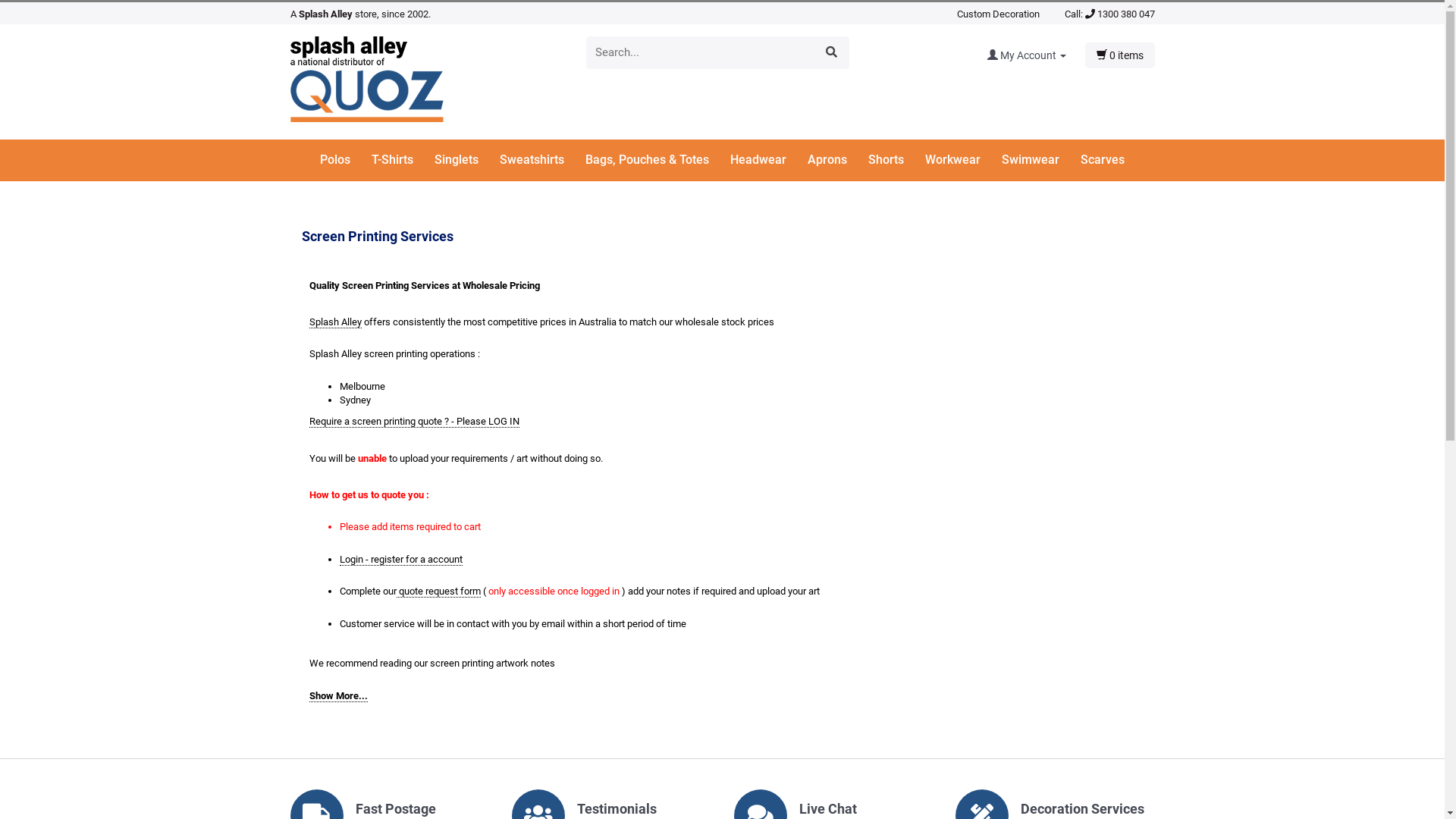 This screenshot has height=819, width=1456. What do you see at coordinates (344, 160) in the screenshot?
I see `'Polos'` at bounding box center [344, 160].